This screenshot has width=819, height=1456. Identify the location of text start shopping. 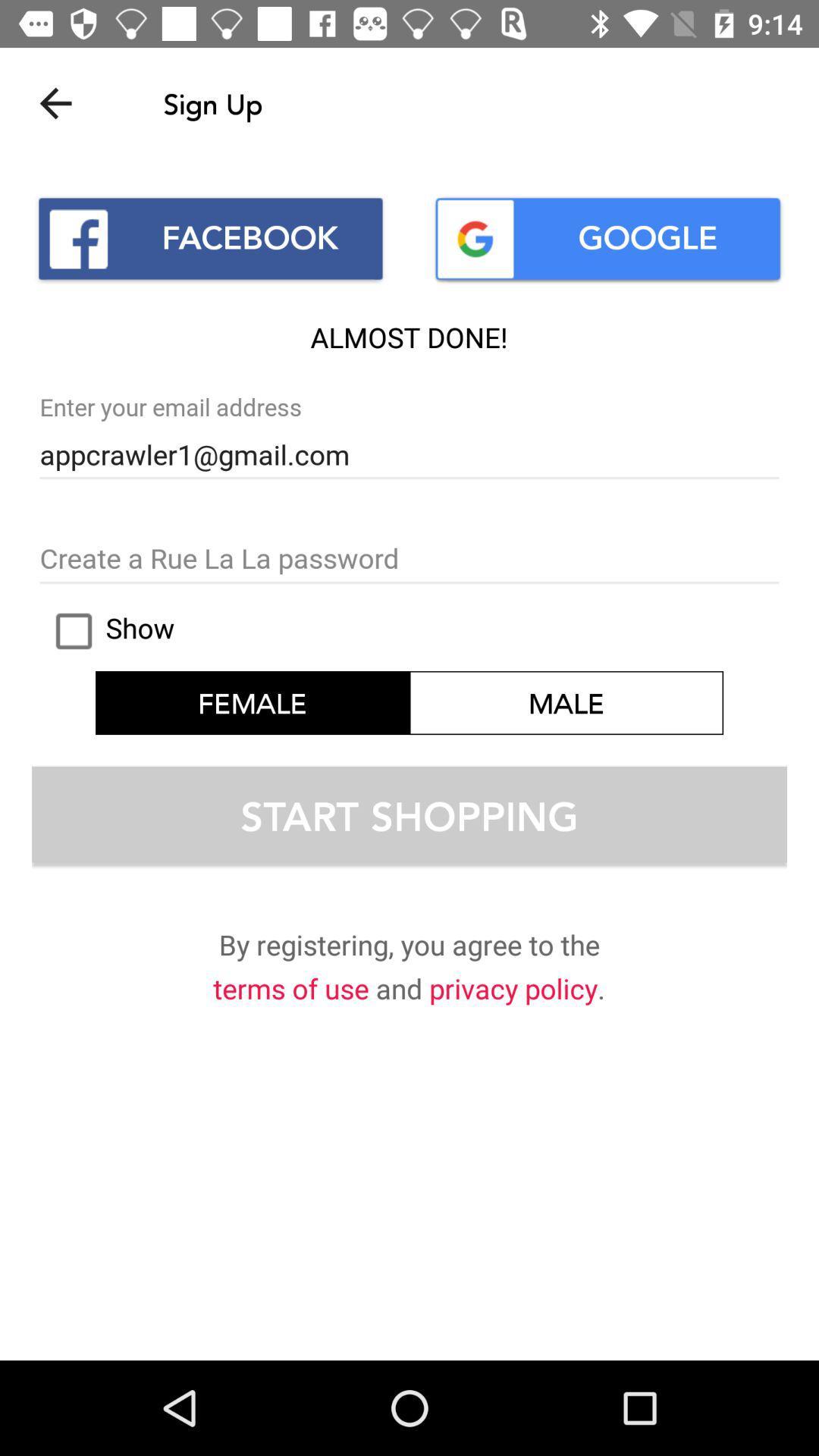
(409, 814).